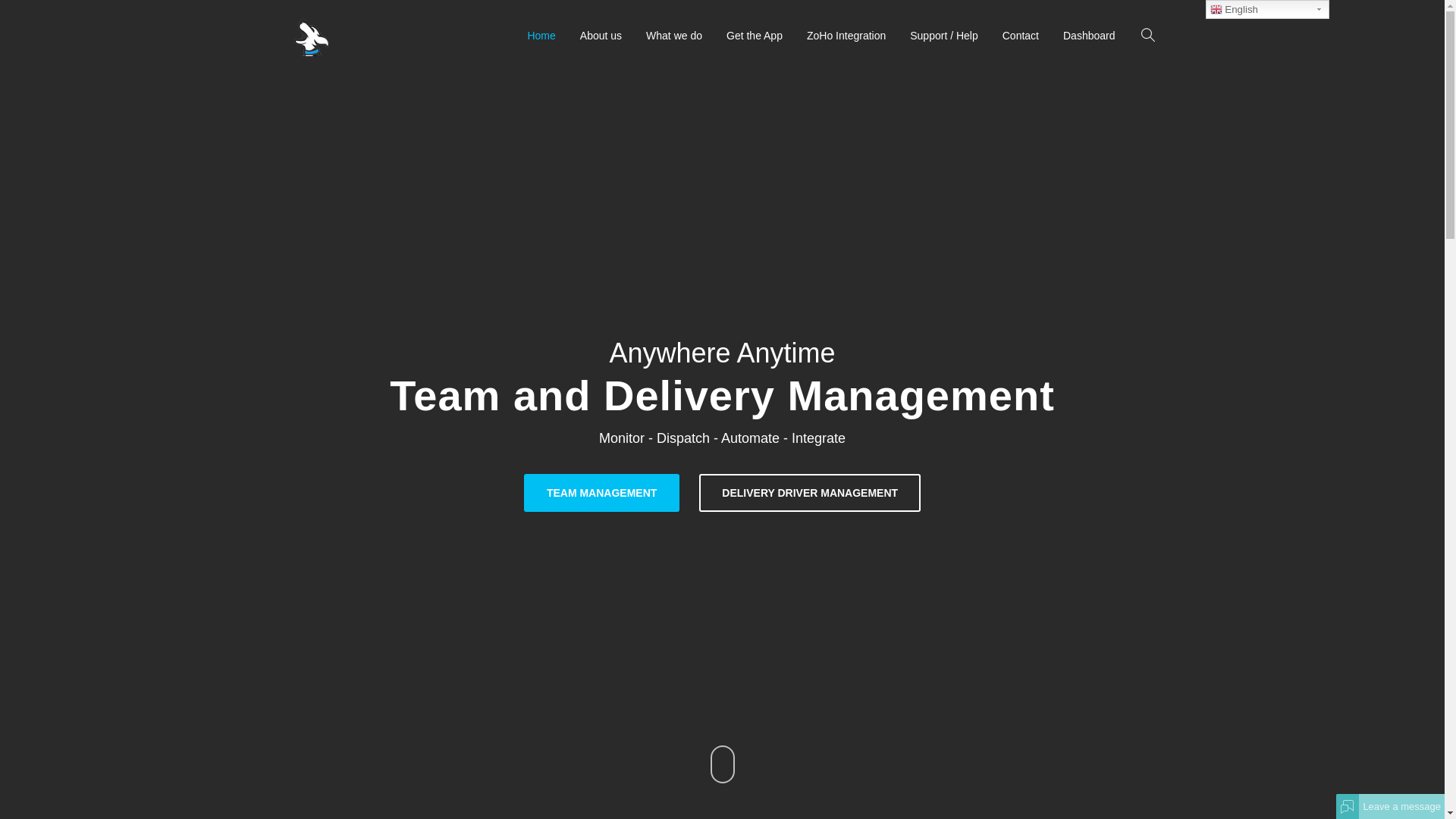 This screenshot has width=1456, height=819. What do you see at coordinates (673, 34) in the screenshot?
I see `'What we do'` at bounding box center [673, 34].